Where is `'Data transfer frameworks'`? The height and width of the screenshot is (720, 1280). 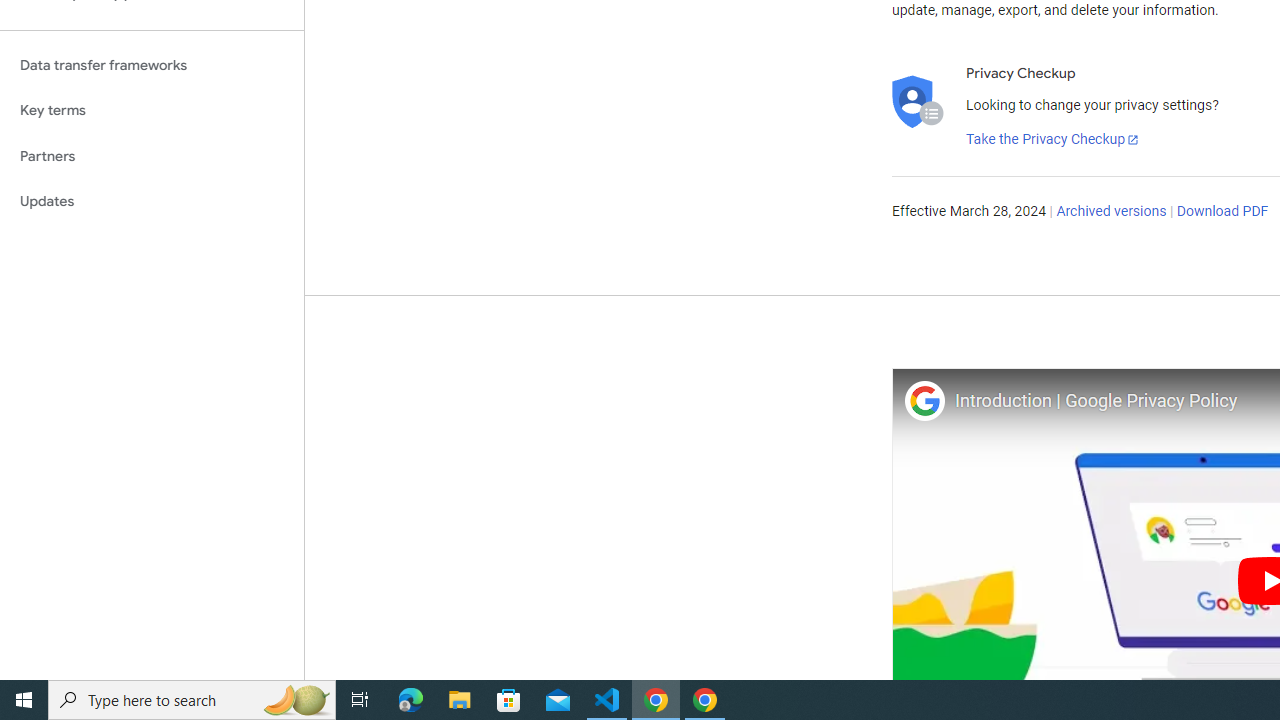
'Data transfer frameworks' is located at coordinates (151, 64).